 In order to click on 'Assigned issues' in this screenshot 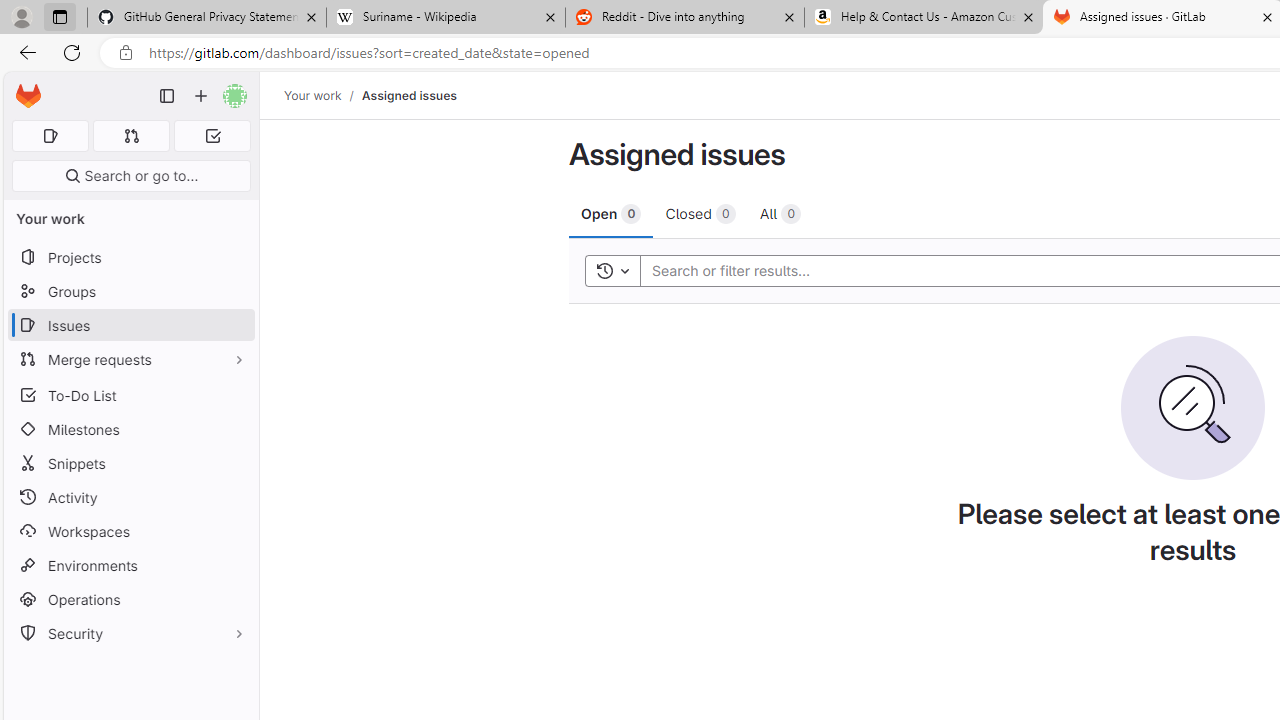, I will do `click(407, 95)`.